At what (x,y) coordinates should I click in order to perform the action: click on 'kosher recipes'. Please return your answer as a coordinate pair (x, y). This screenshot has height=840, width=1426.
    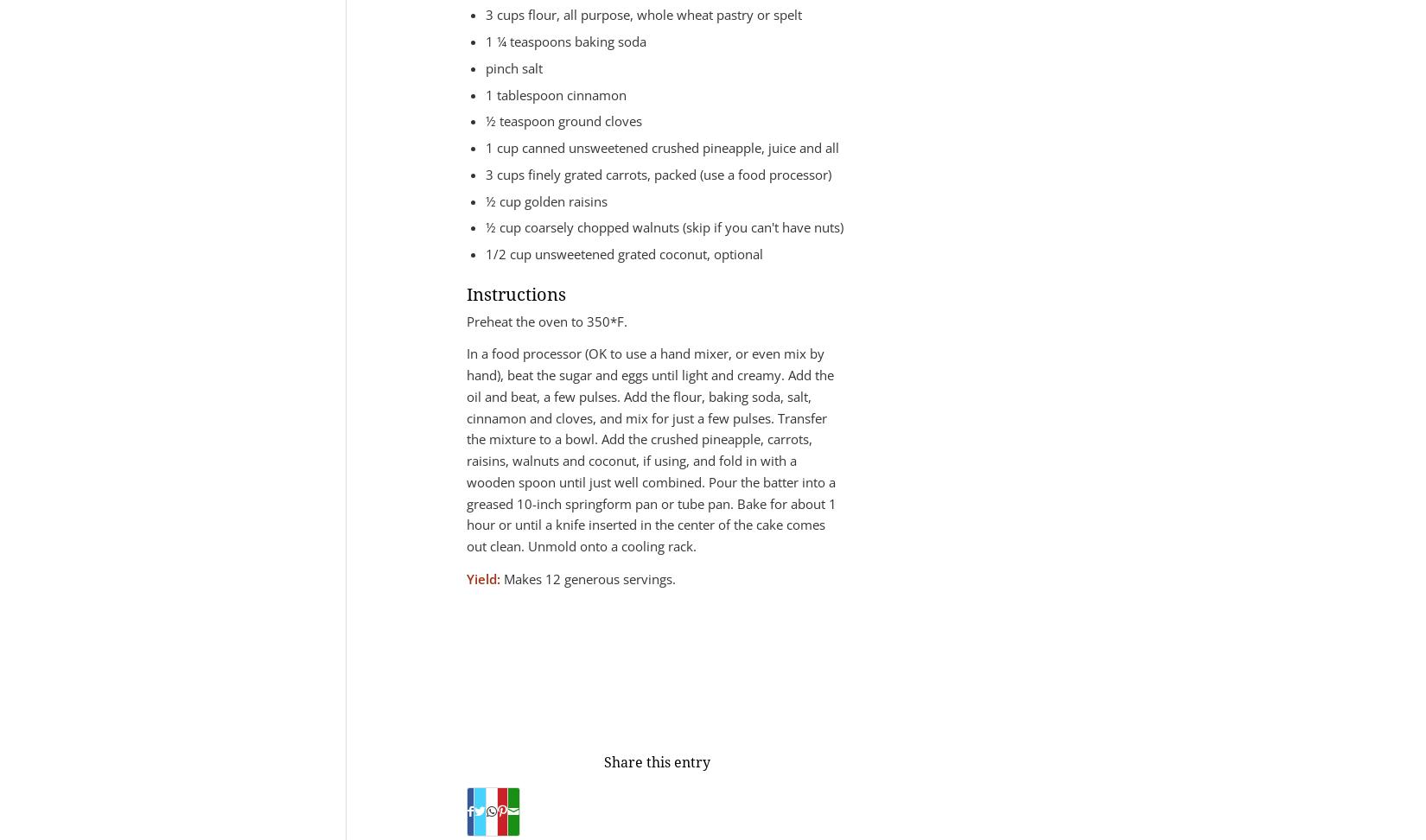
    Looking at the image, I should click on (682, 653).